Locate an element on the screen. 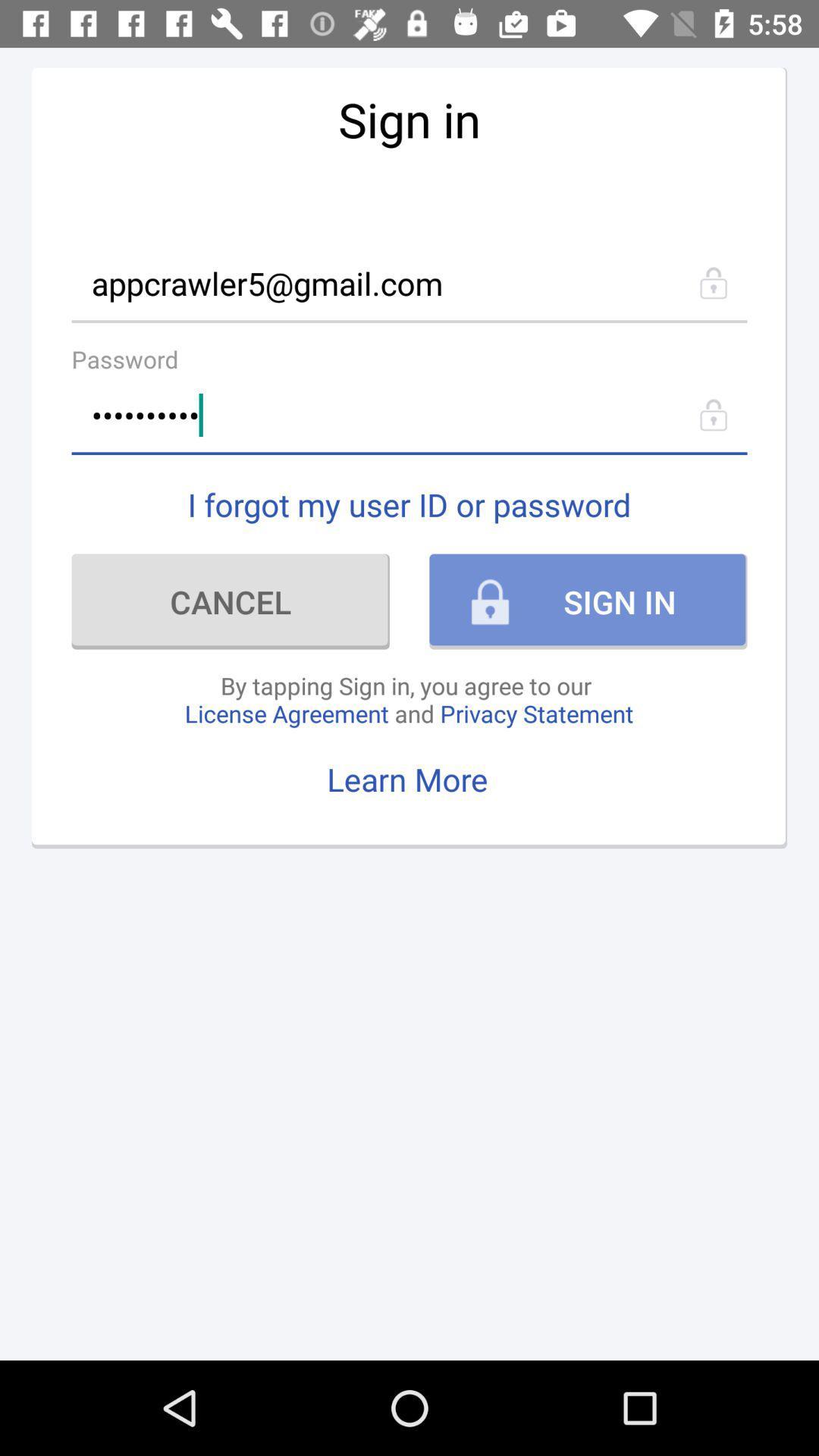 The height and width of the screenshot is (1456, 819). item above by tapping sign is located at coordinates (231, 601).